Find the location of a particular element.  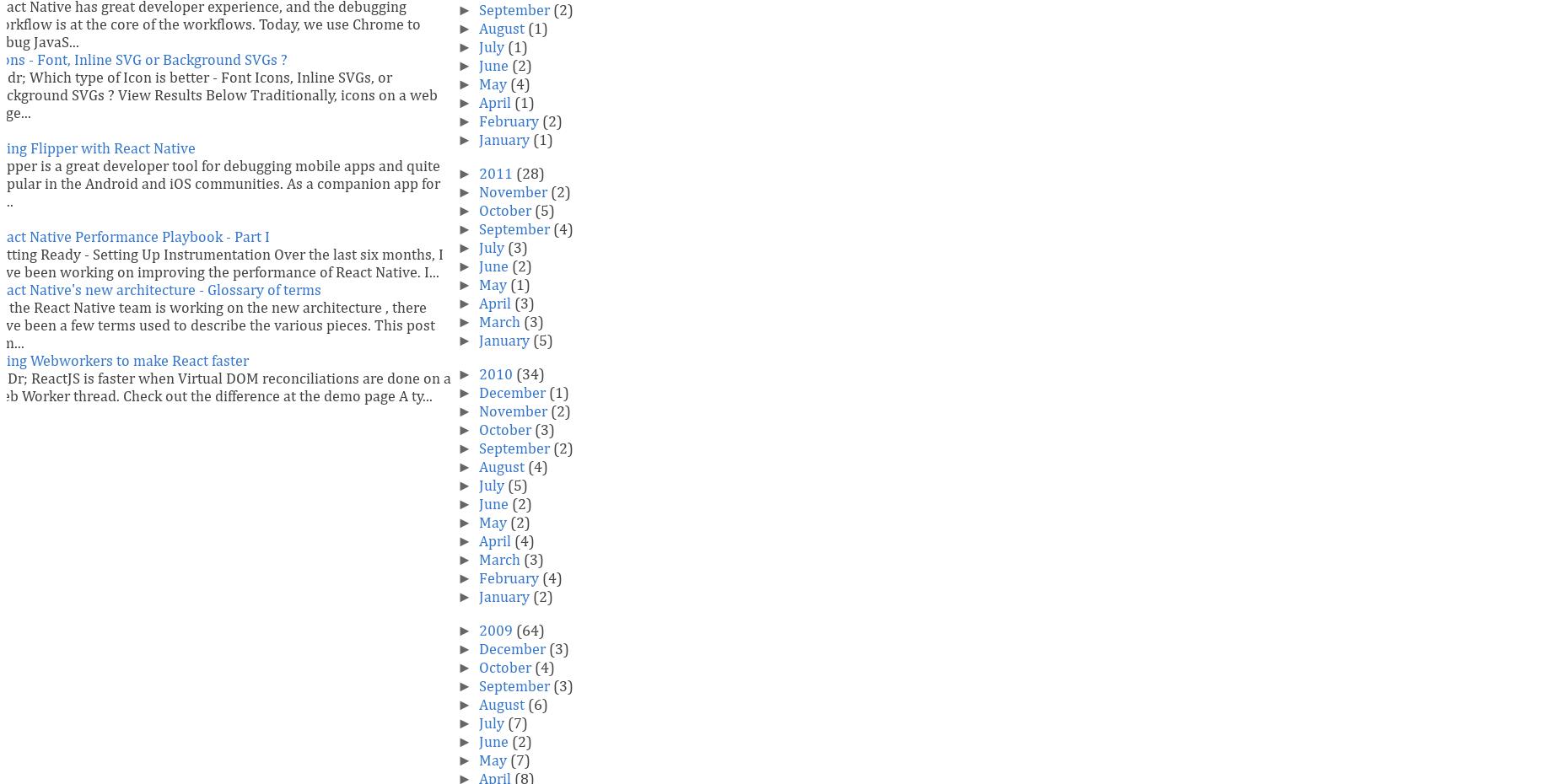

'(64)' is located at coordinates (529, 631).